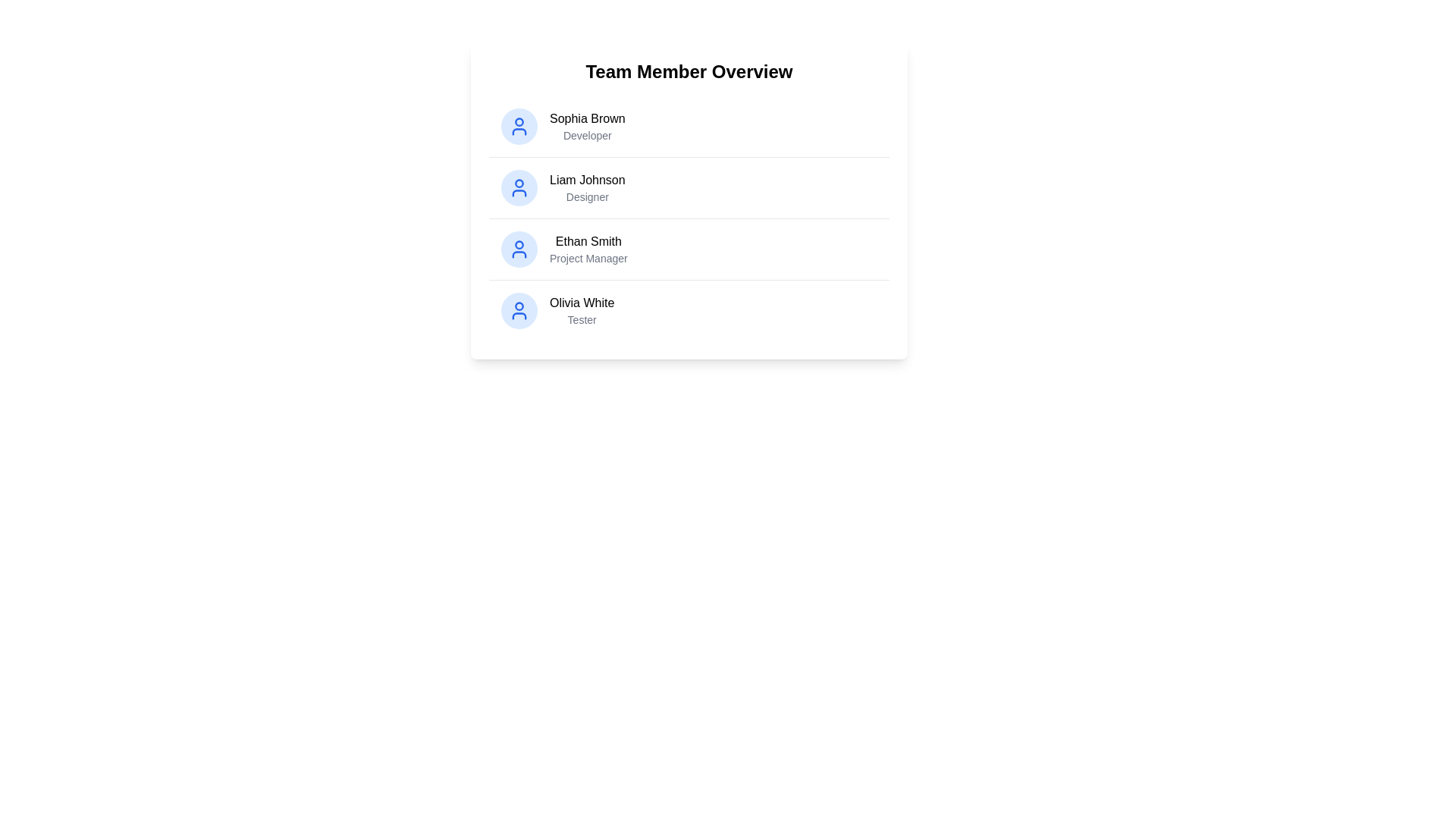  I want to click on the circular avatar icon with a light blue background and a user symbol representing 'Olivia White', the fourth entry in the team member list, so click(519, 309).